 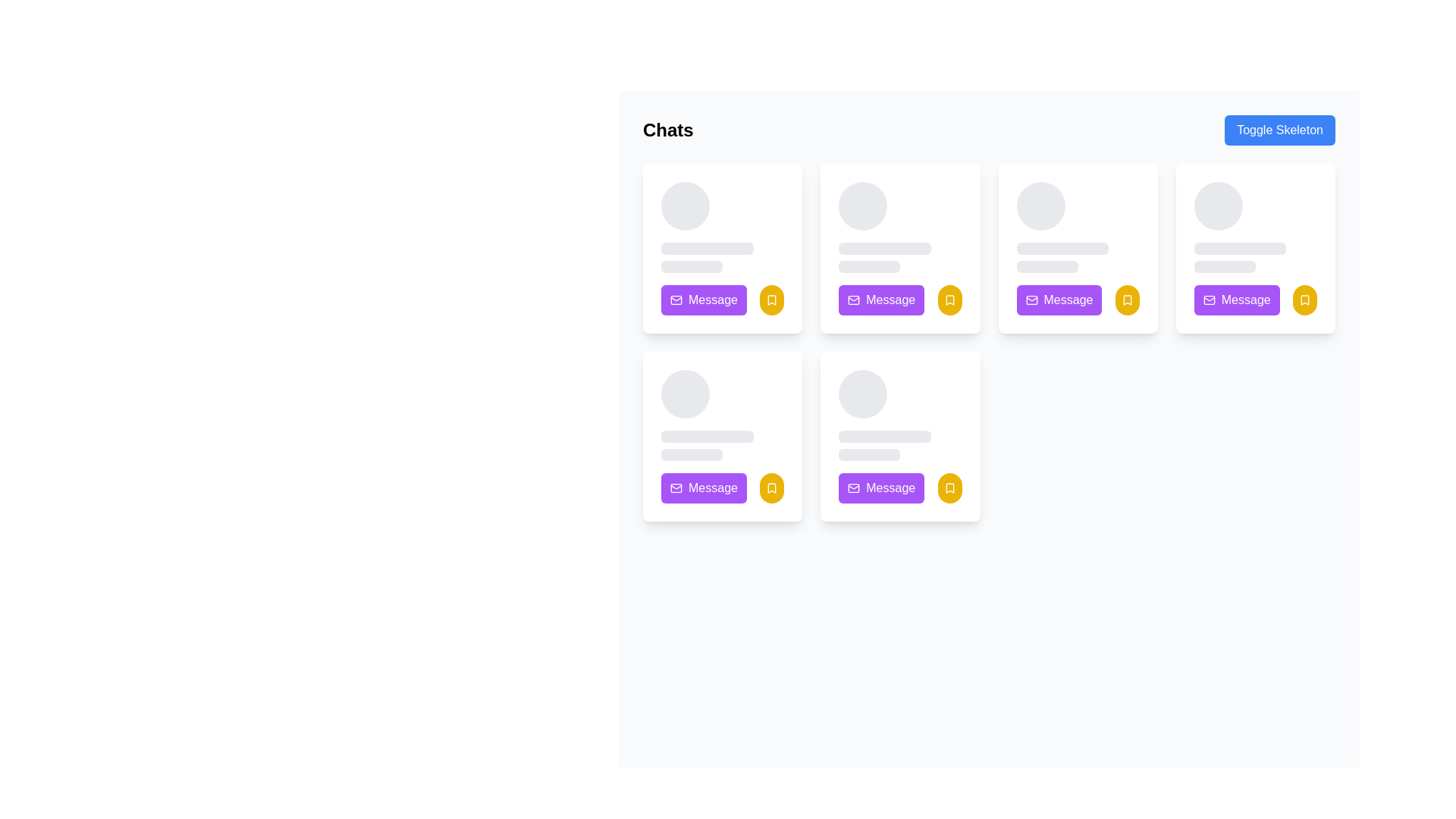 What do you see at coordinates (949, 300) in the screenshot?
I see `the bookmark icon within the circular yellow button located at the bottom-right corner of the second card in the top row for keyboard navigation` at bounding box center [949, 300].